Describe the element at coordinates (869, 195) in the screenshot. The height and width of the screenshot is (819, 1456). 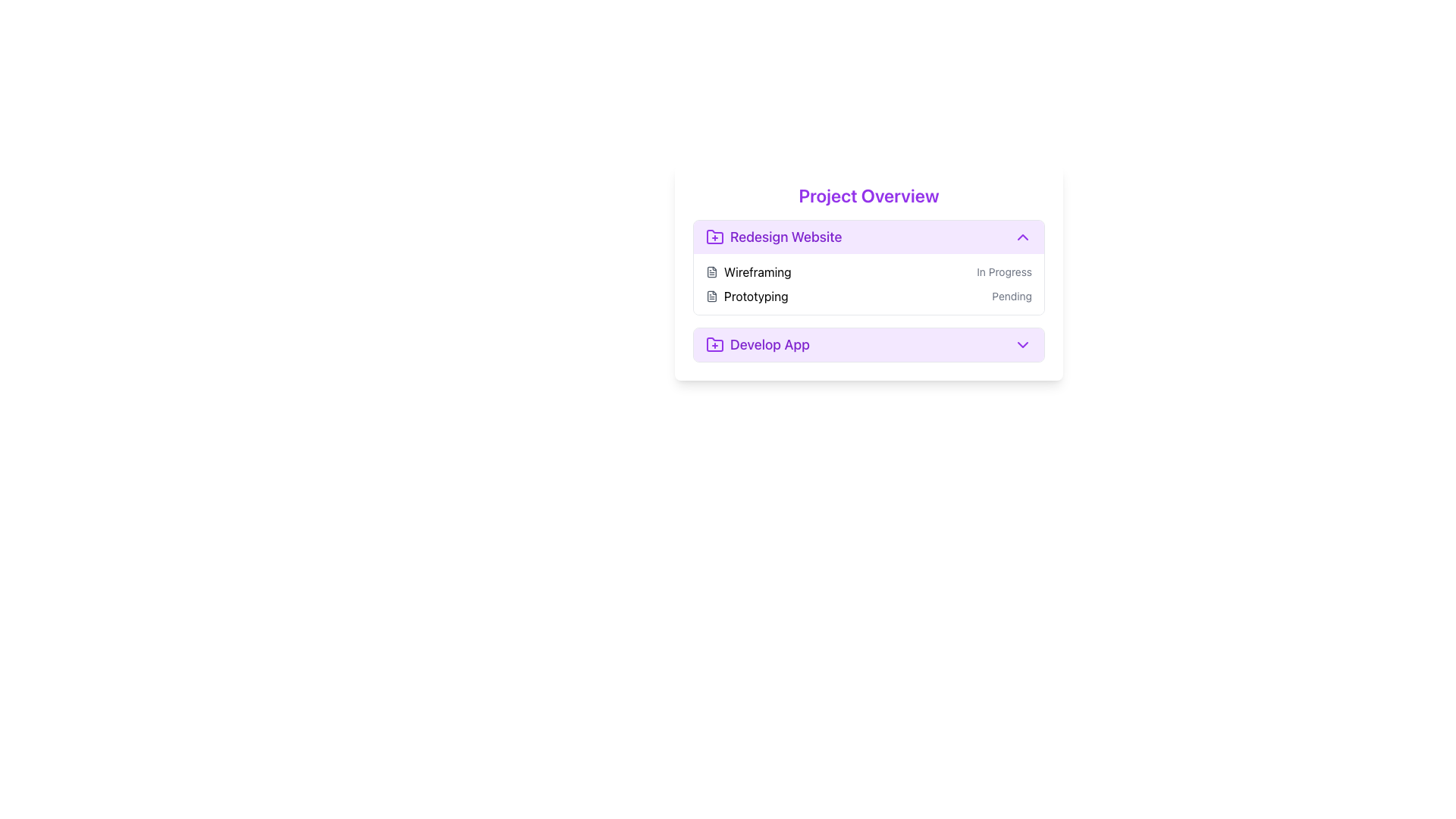
I see `the bold purple text label reading 'Project Overview' at the top of the card layout` at that location.